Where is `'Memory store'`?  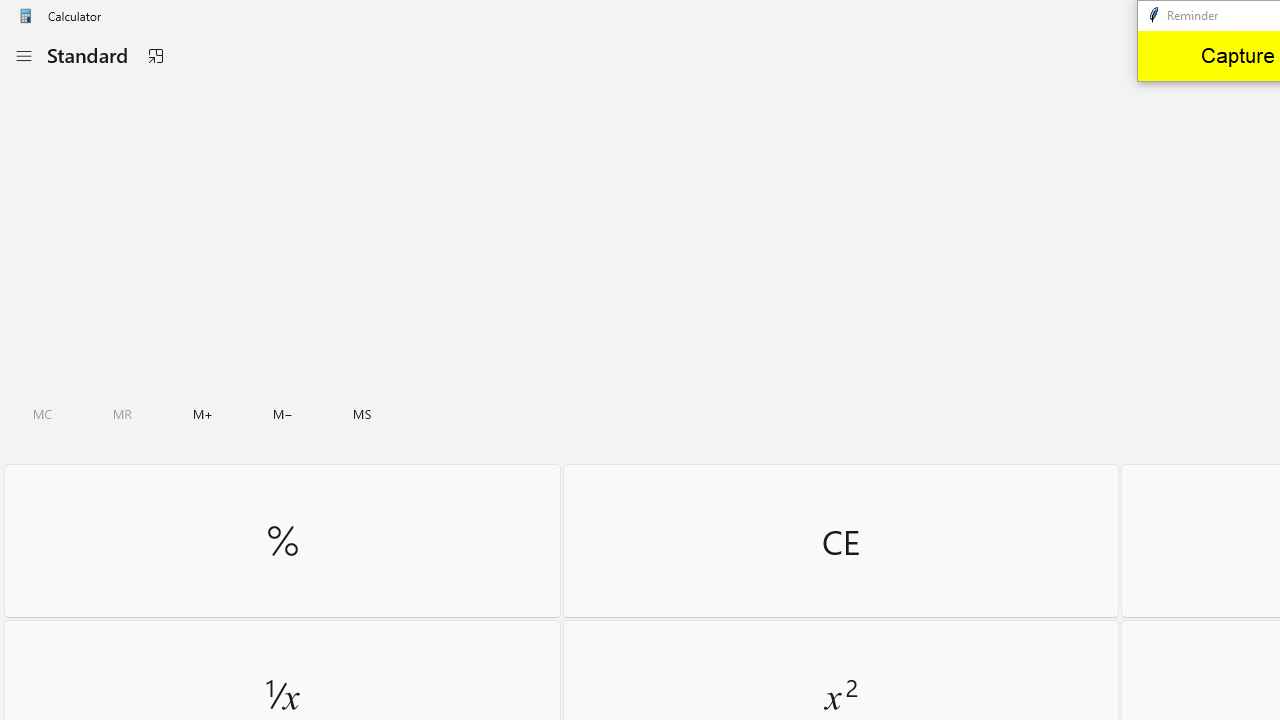
'Memory store' is located at coordinates (362, 413).